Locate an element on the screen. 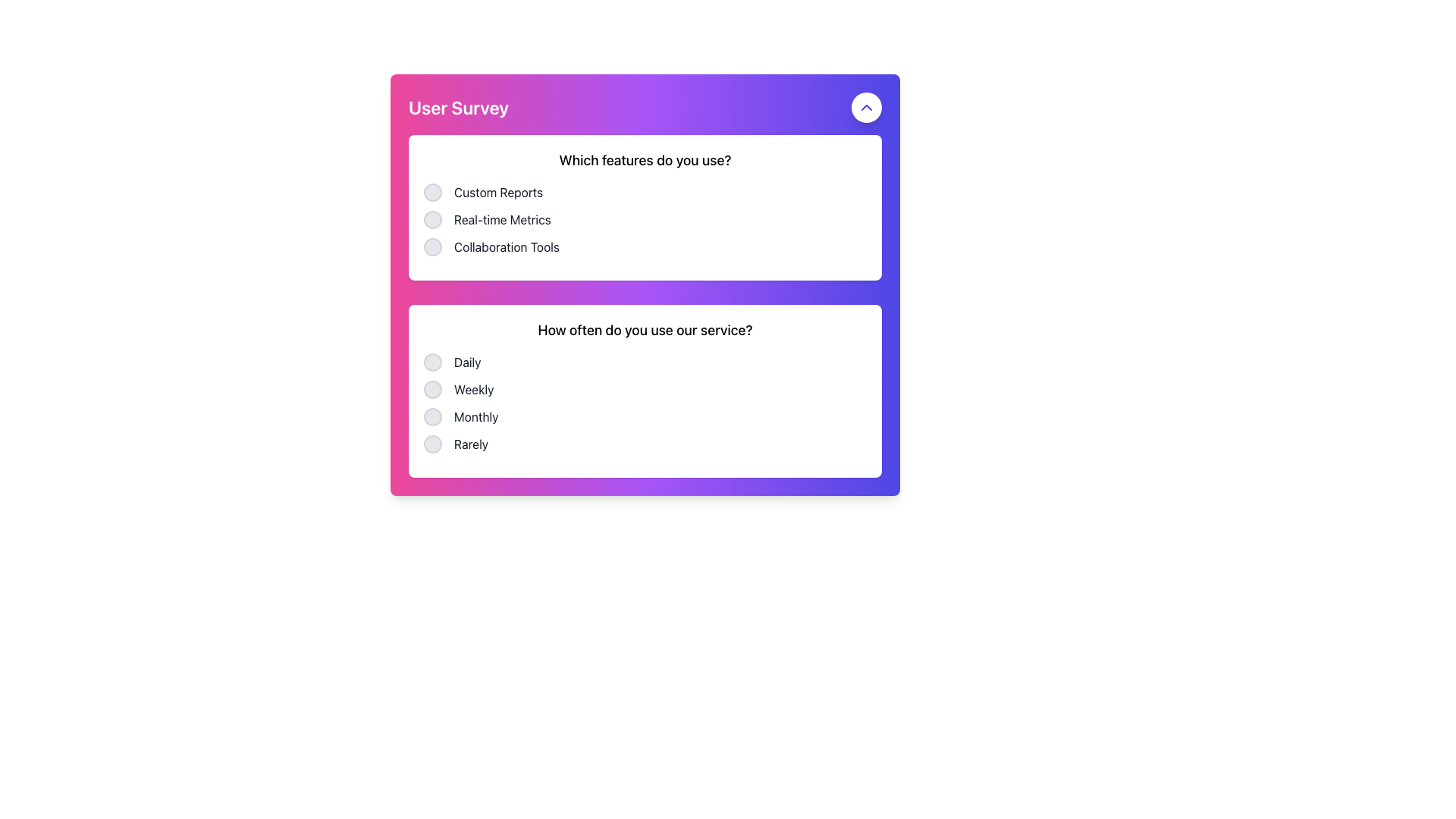 Image resolution: width=1456 pixels, height=819 pixels. the radio button labeled 'Weekly' is located at coordinates (645, 388).